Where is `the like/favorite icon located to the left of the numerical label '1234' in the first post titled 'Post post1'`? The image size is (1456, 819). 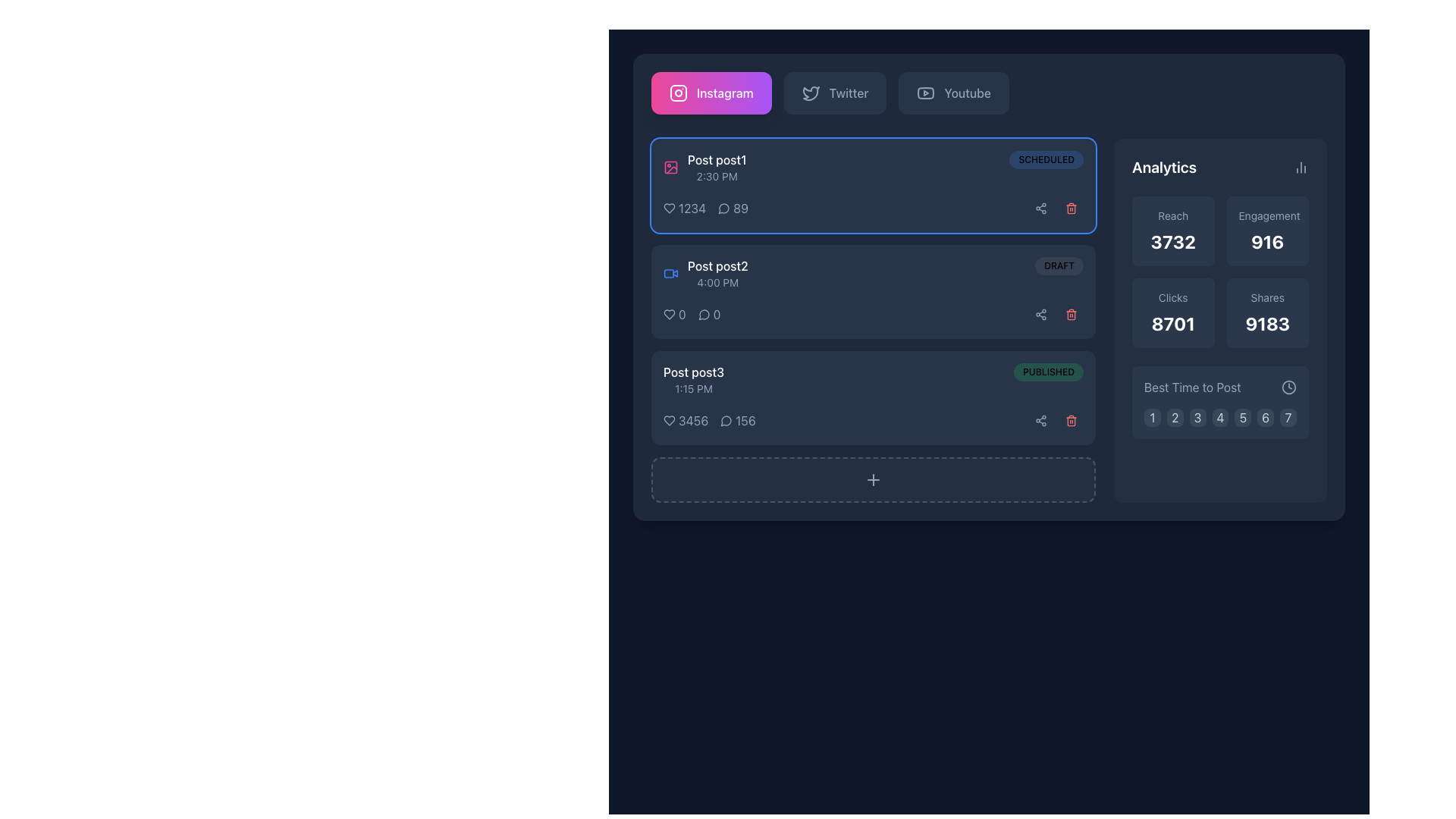 the like/favorite icon located to the left of the numerical label '1234' in the first post titled 'Post post1' is located at coordinates (669, 208).